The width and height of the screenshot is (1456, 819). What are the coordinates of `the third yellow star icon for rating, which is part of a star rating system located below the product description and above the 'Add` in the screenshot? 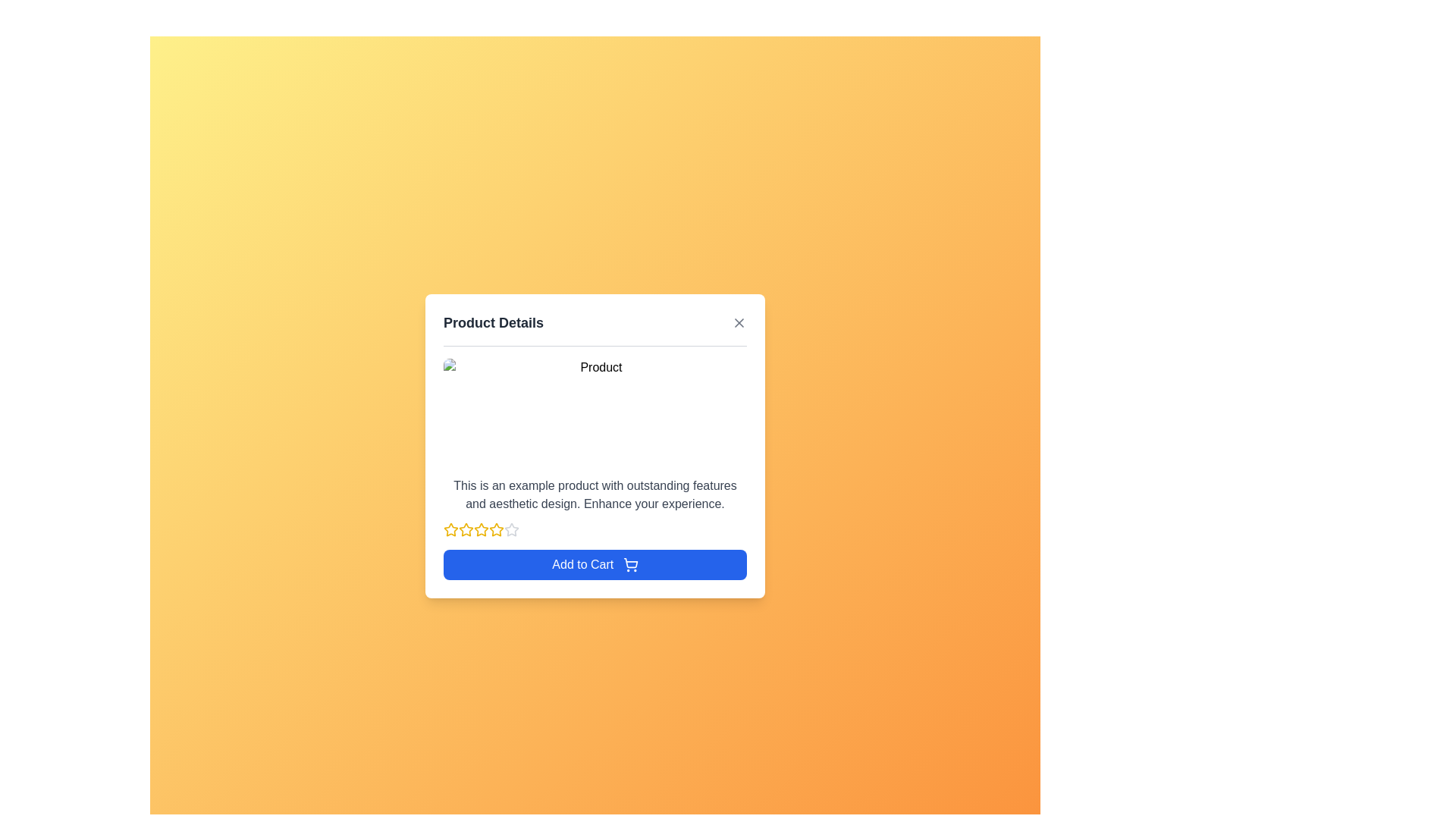 It's located at (495, 529).